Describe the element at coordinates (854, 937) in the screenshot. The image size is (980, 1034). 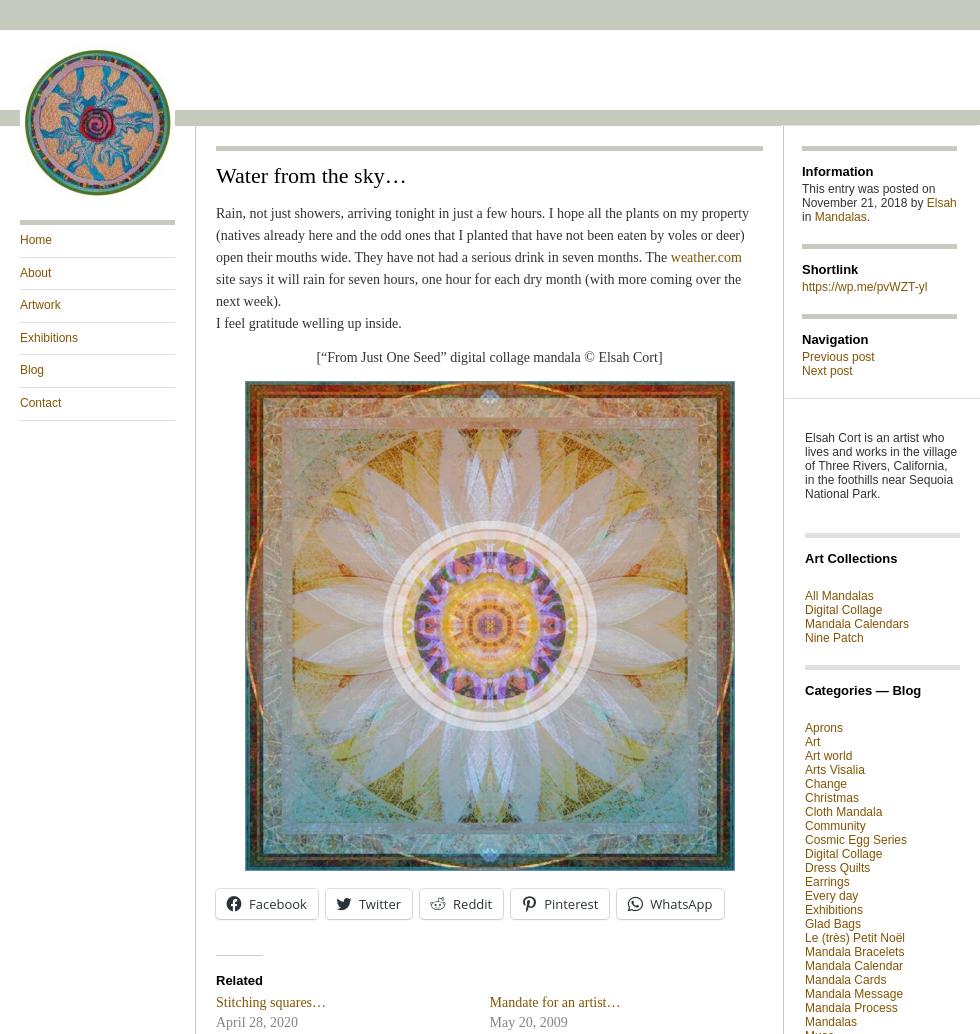
I see `'Le (très) Petit Noël'` at that location.